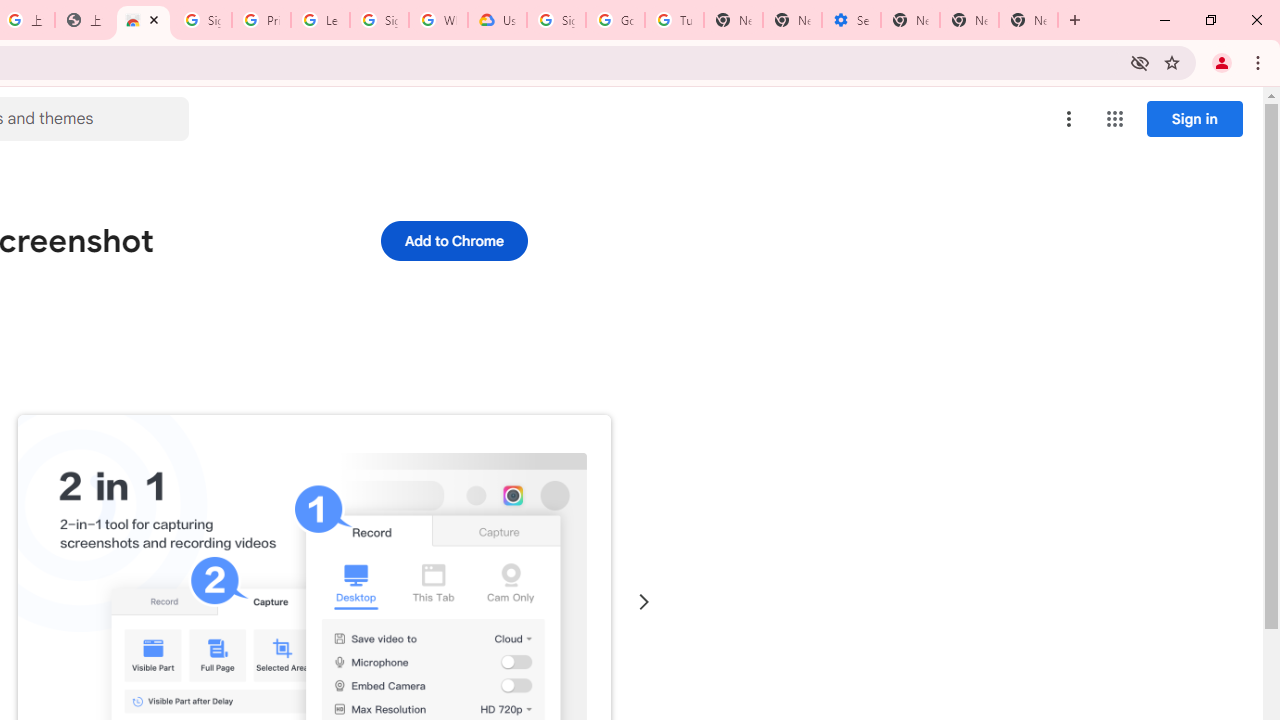  I want to click on 'Settings - Addresses and more', so click(851, 20).